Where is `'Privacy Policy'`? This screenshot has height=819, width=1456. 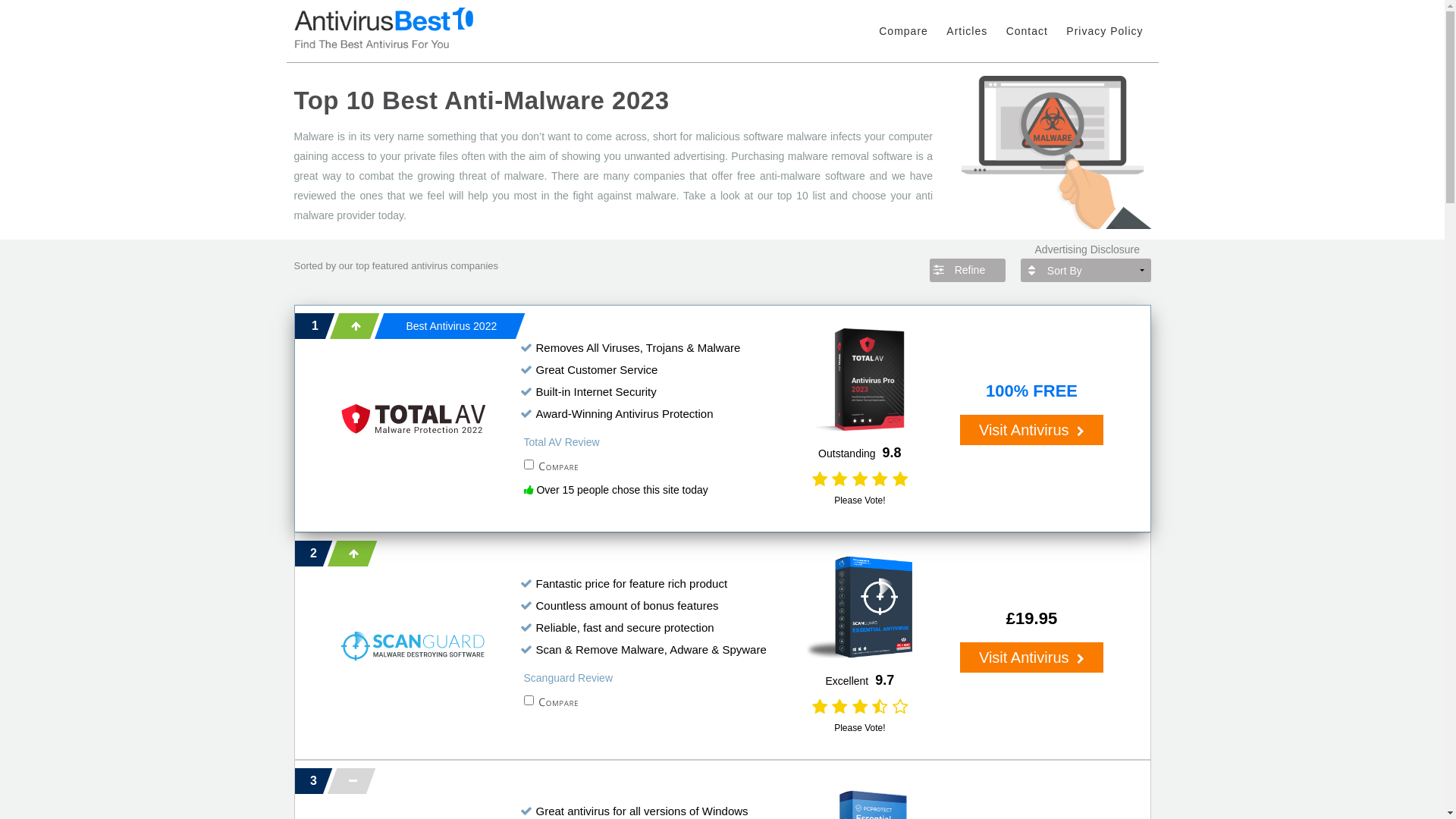 'Privacy Policy' is located at coordinates (1104, 37).